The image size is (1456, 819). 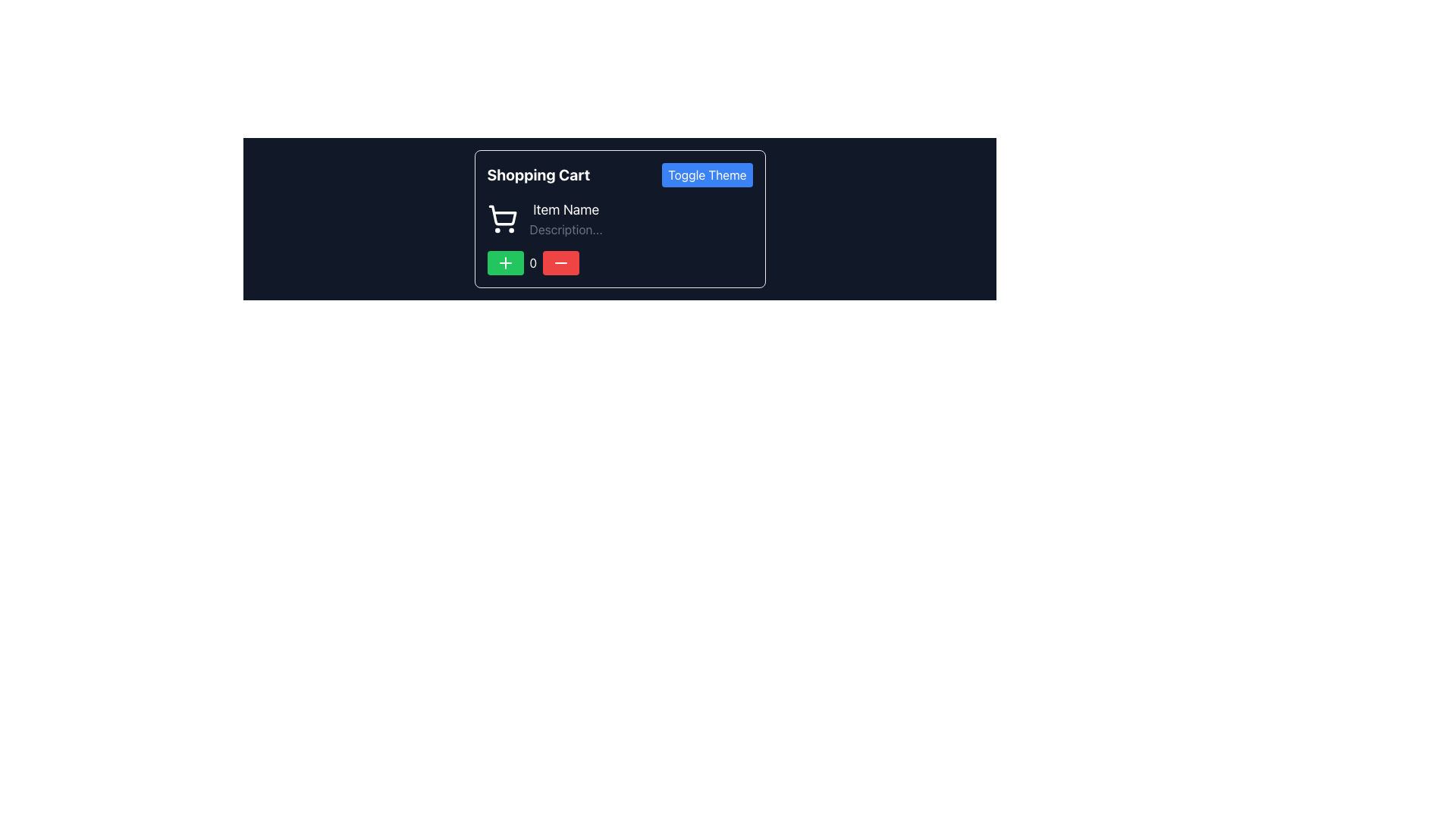 I want to click on the basket structure of the shopping cart icon within the 'Shopping Cart' card, which is styled with a monochromatic scheme and is located in the central upper region of the interface, so click(x=502, y=215).